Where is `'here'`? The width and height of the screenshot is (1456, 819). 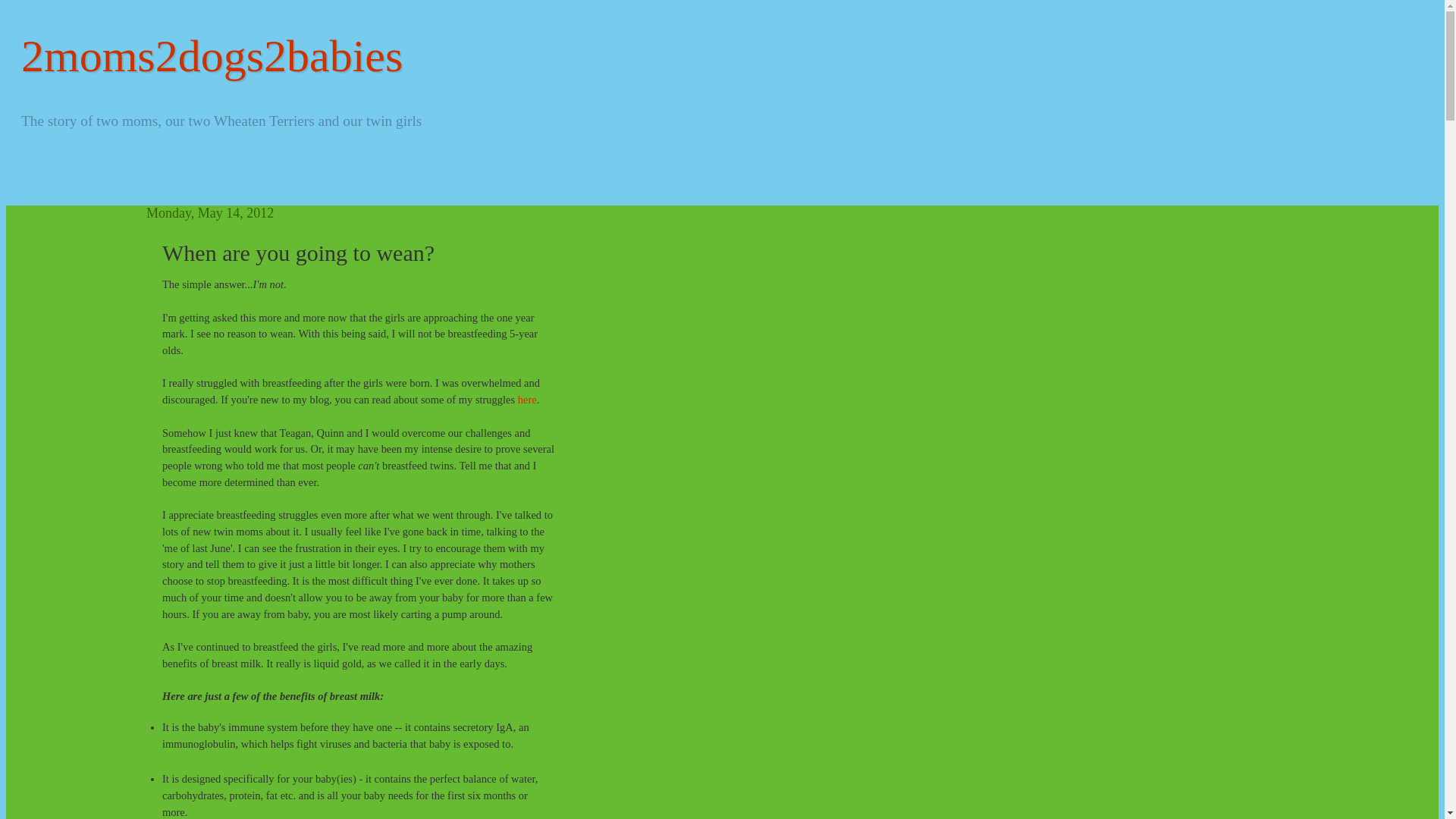
'here' is located at coordinates (527, 399).